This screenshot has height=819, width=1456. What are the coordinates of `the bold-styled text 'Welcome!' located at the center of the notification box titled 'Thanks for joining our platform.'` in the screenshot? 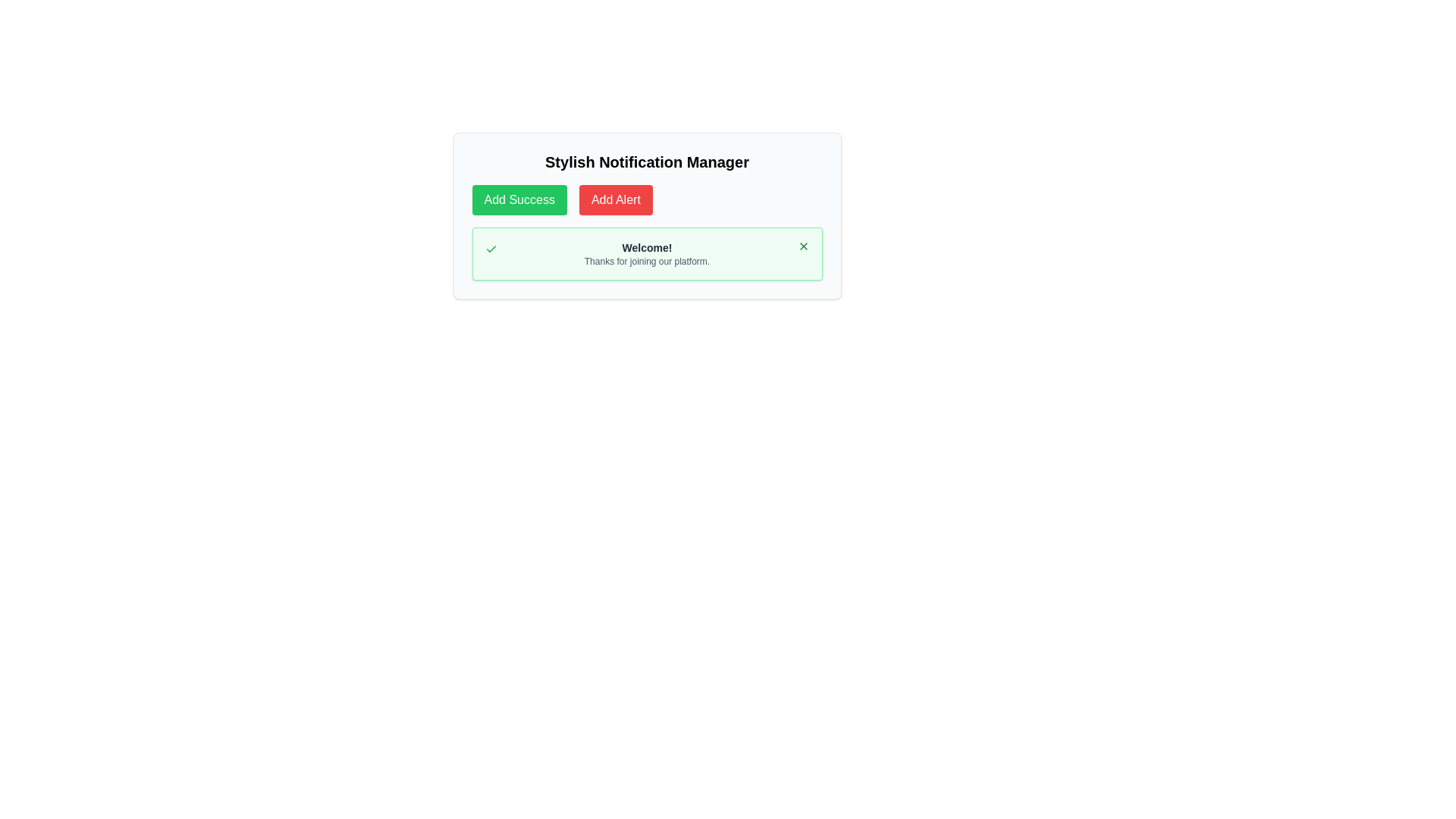 It's located at (647, 247).